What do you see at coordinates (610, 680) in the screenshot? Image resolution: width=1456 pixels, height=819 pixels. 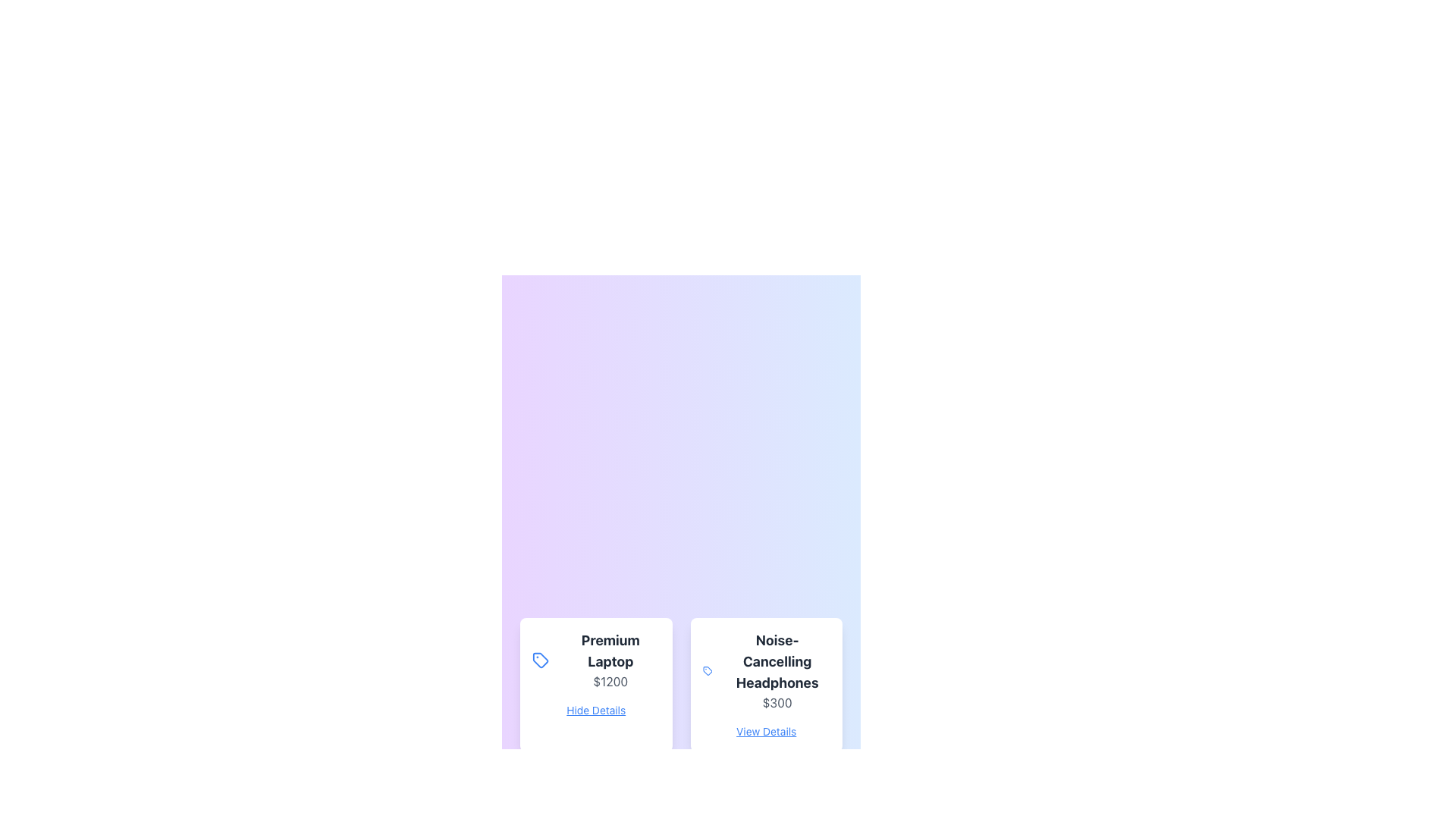 I see `the text element displaying the price '$1200' in gray color, which is located below the bold text 'Premium Laptop' within the product card` at bounding box center [610, 680].